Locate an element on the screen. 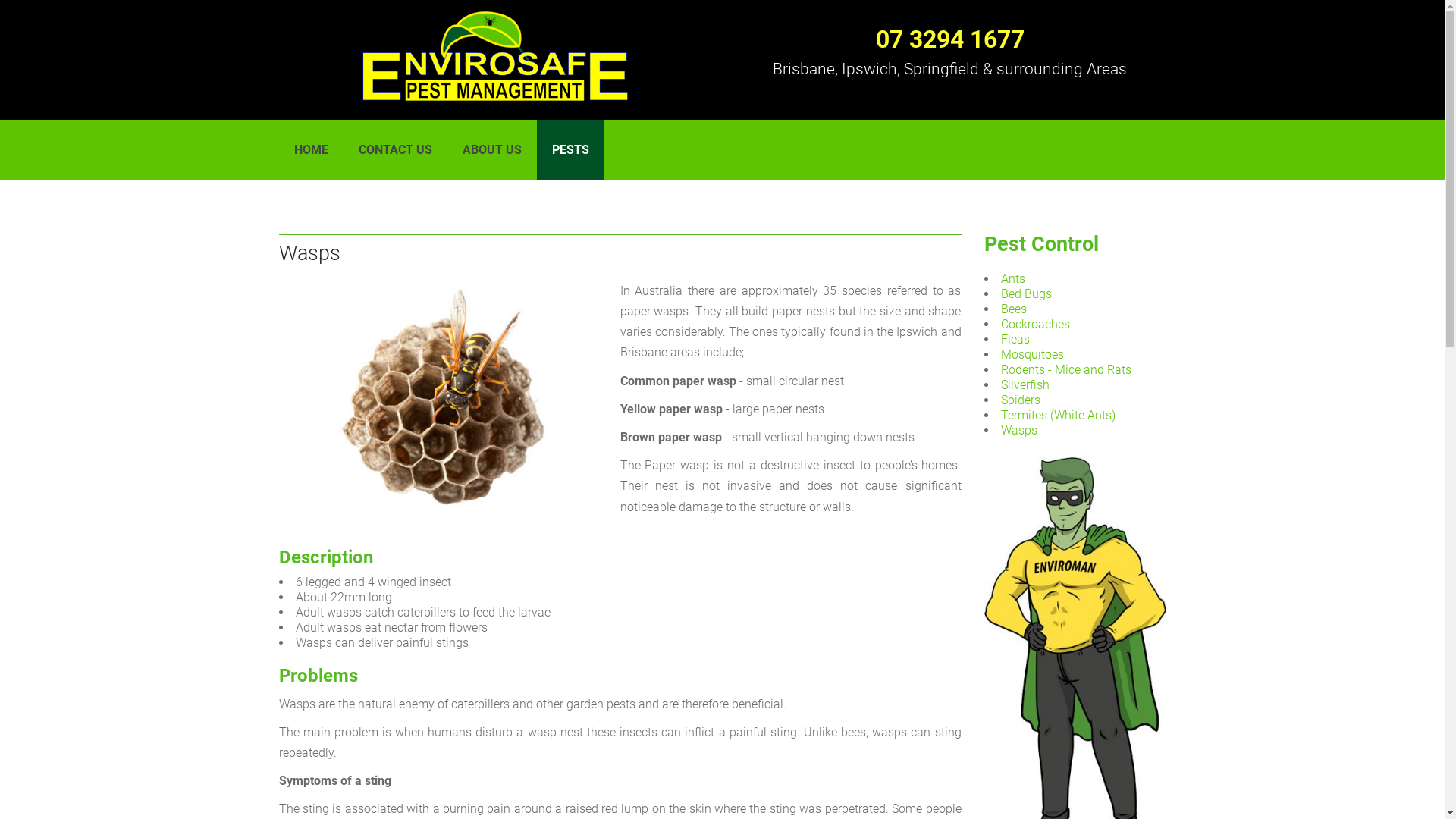  'Envirosafe Pest Management - Ipswich' is located at coordinates (494, 55).